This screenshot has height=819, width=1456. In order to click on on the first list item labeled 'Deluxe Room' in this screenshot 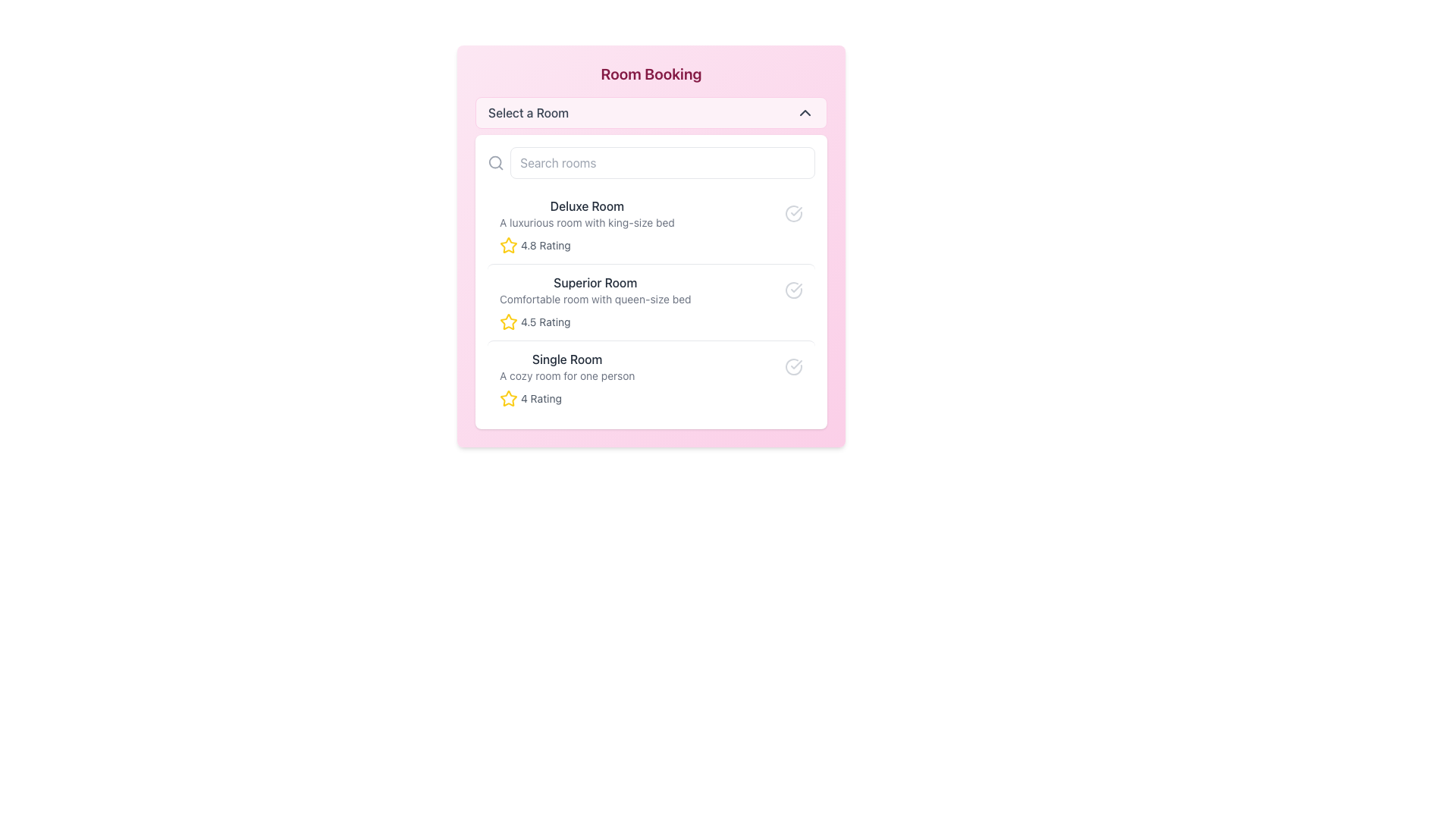, I will do `click(651, 213)`.